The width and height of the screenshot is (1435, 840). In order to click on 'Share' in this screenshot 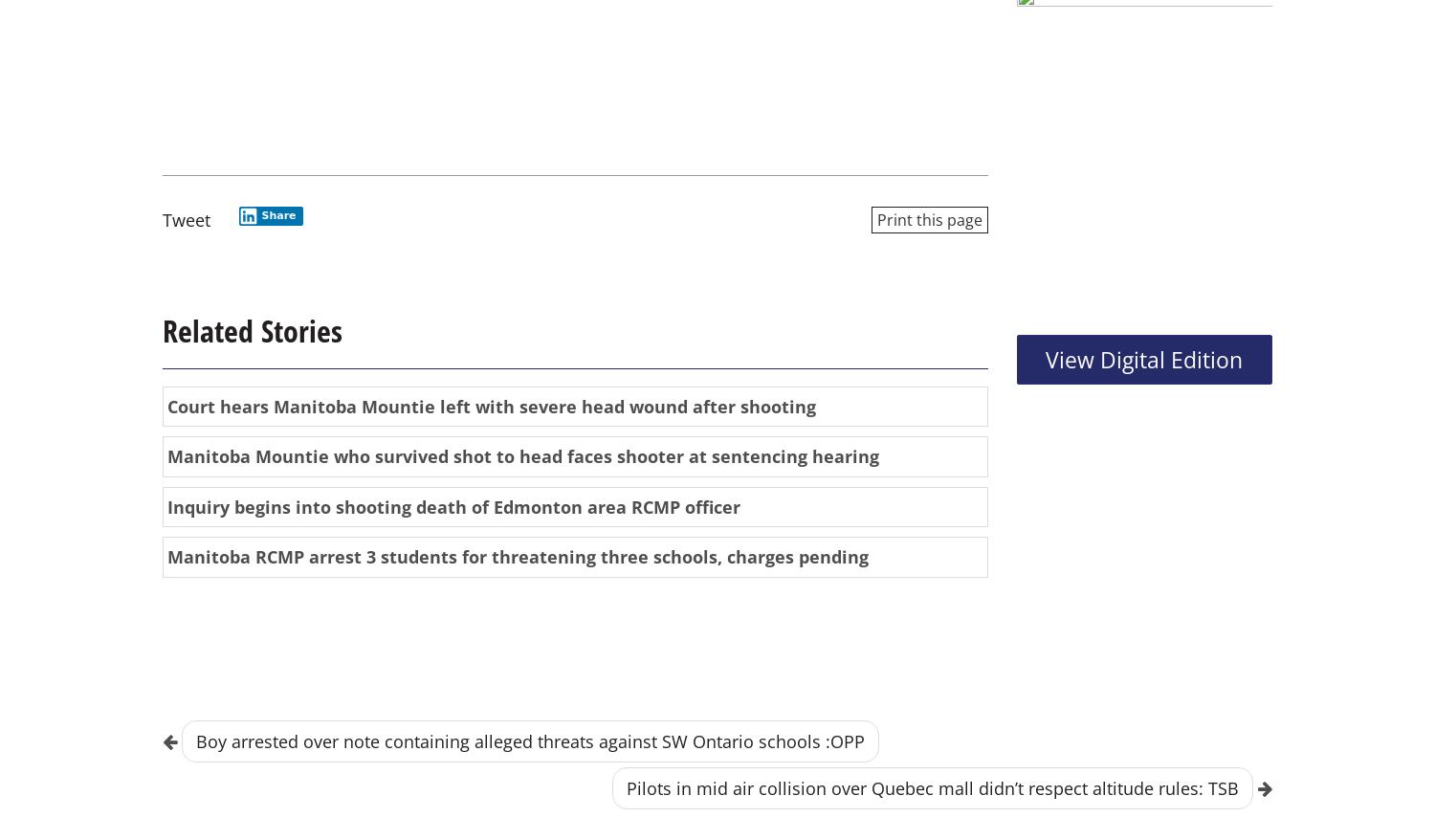, I will do `click(278, 214)`.